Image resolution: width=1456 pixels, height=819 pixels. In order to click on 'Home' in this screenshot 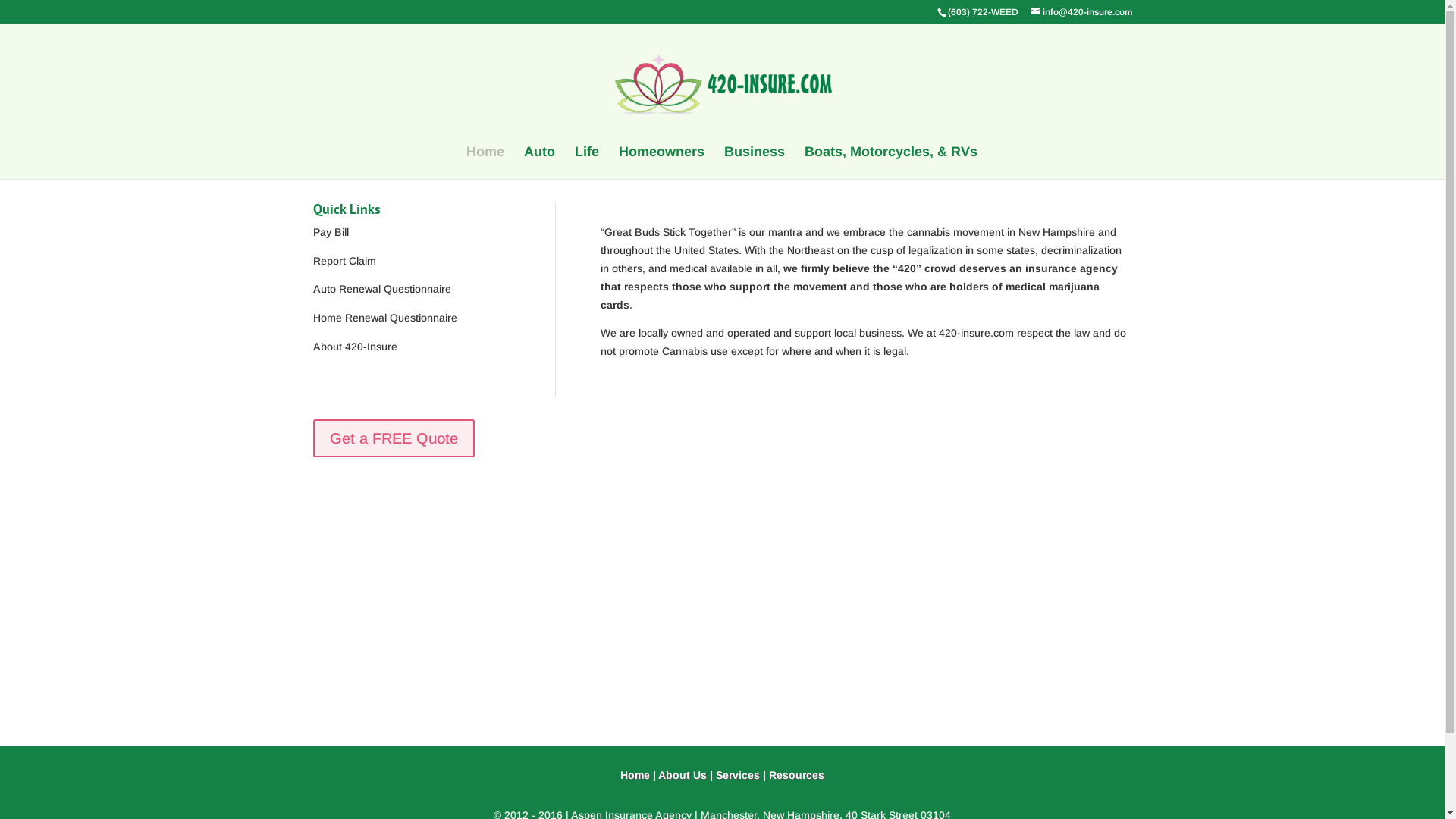, I will do `click(483, 162)`.